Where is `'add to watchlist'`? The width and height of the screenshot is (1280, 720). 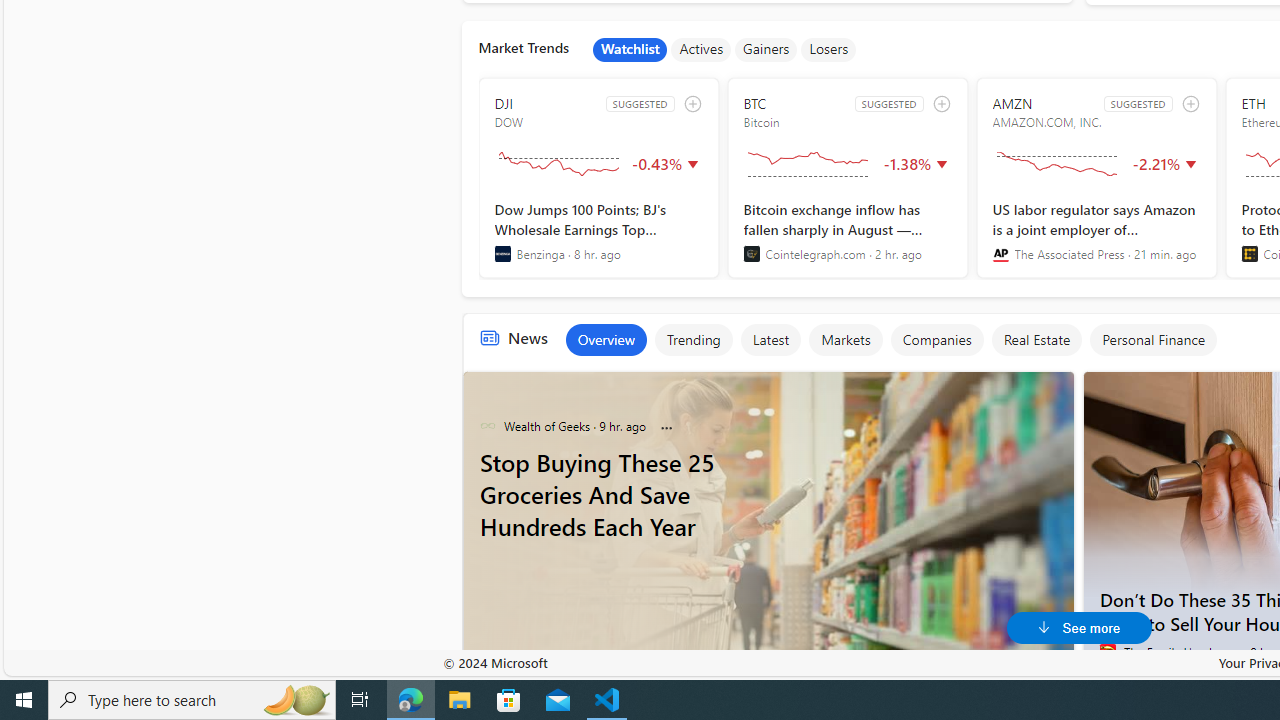 'add to watchlist' is located at coordinates (1190, 104).